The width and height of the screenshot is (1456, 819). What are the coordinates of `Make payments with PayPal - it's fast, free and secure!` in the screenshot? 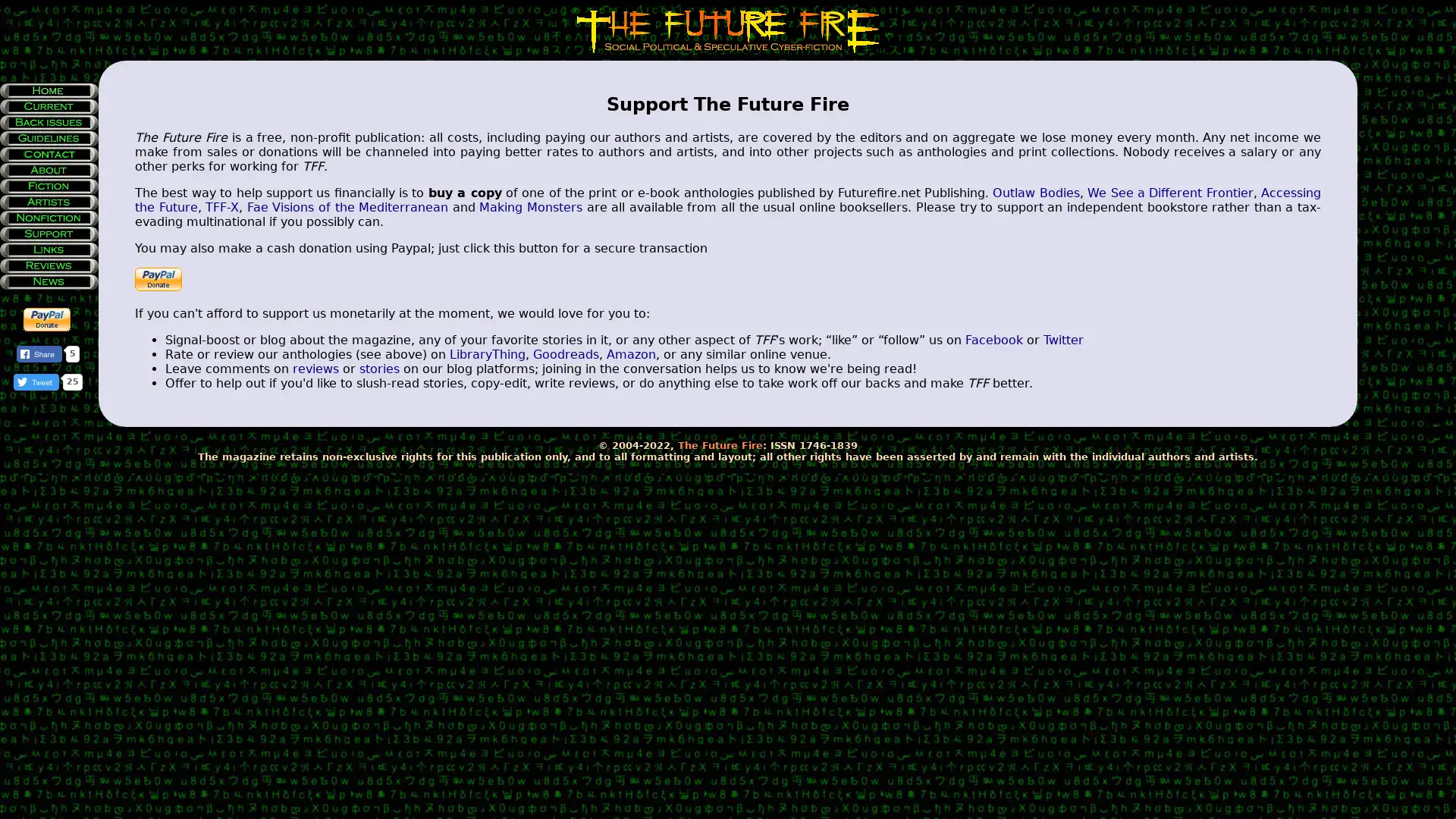 It's located at (47, 318).